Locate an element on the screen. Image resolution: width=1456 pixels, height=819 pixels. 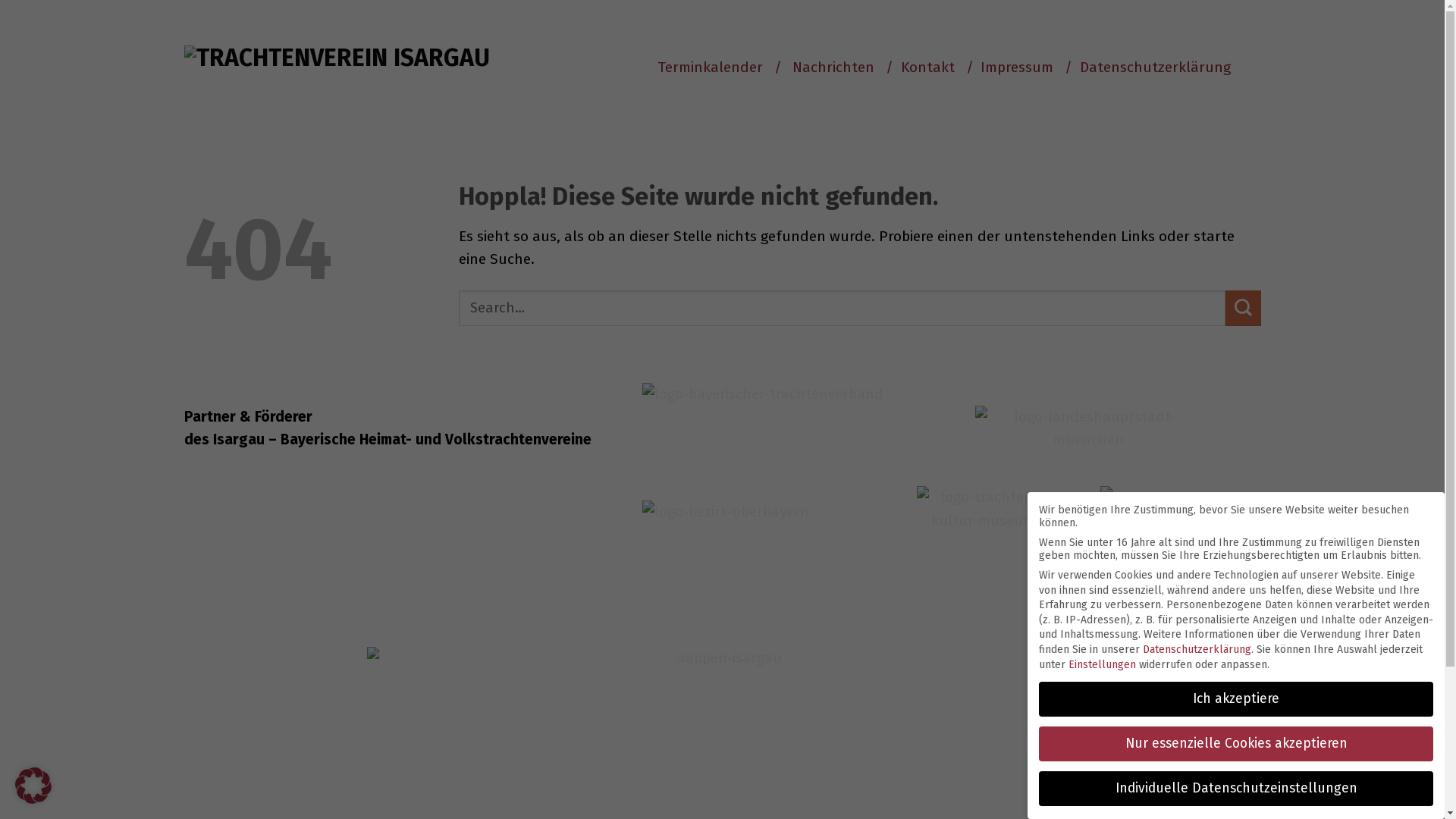
'Terminkalender   /' is located at coordinates (718, 66).